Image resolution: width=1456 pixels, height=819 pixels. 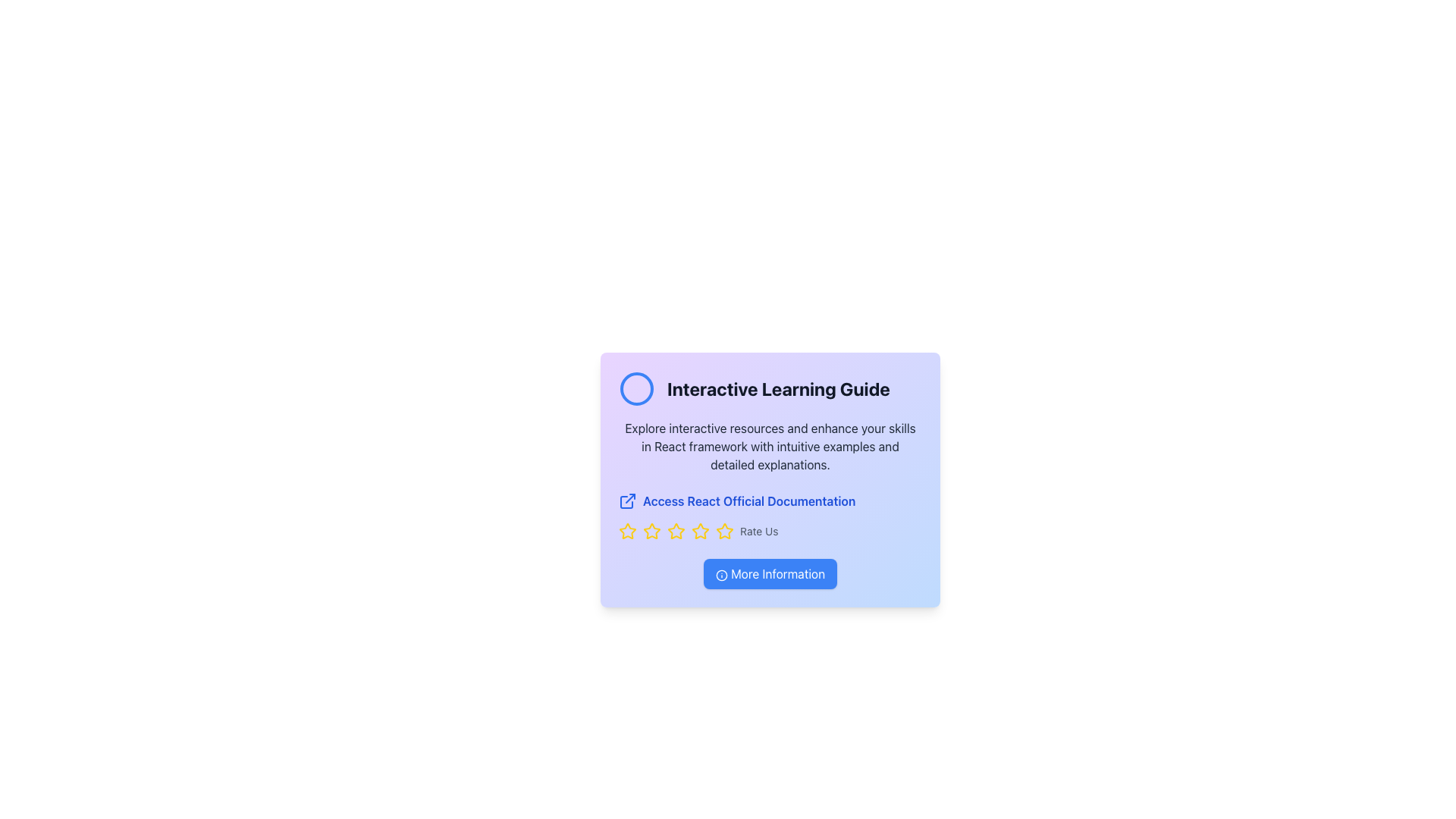 What do you see at coordinates (675, 529) in the screenshot?
I see `the third star icon` at bounding box center [675, 529].